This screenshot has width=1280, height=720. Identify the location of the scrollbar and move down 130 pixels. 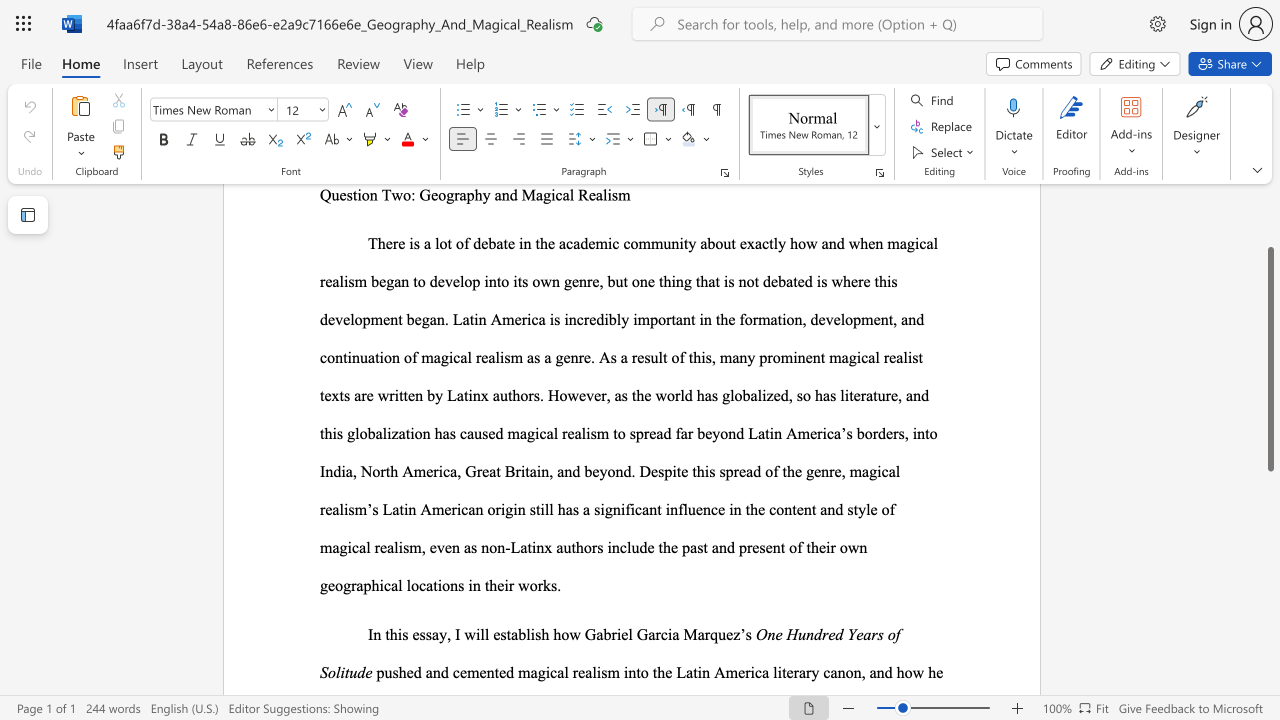
(1269, 358).